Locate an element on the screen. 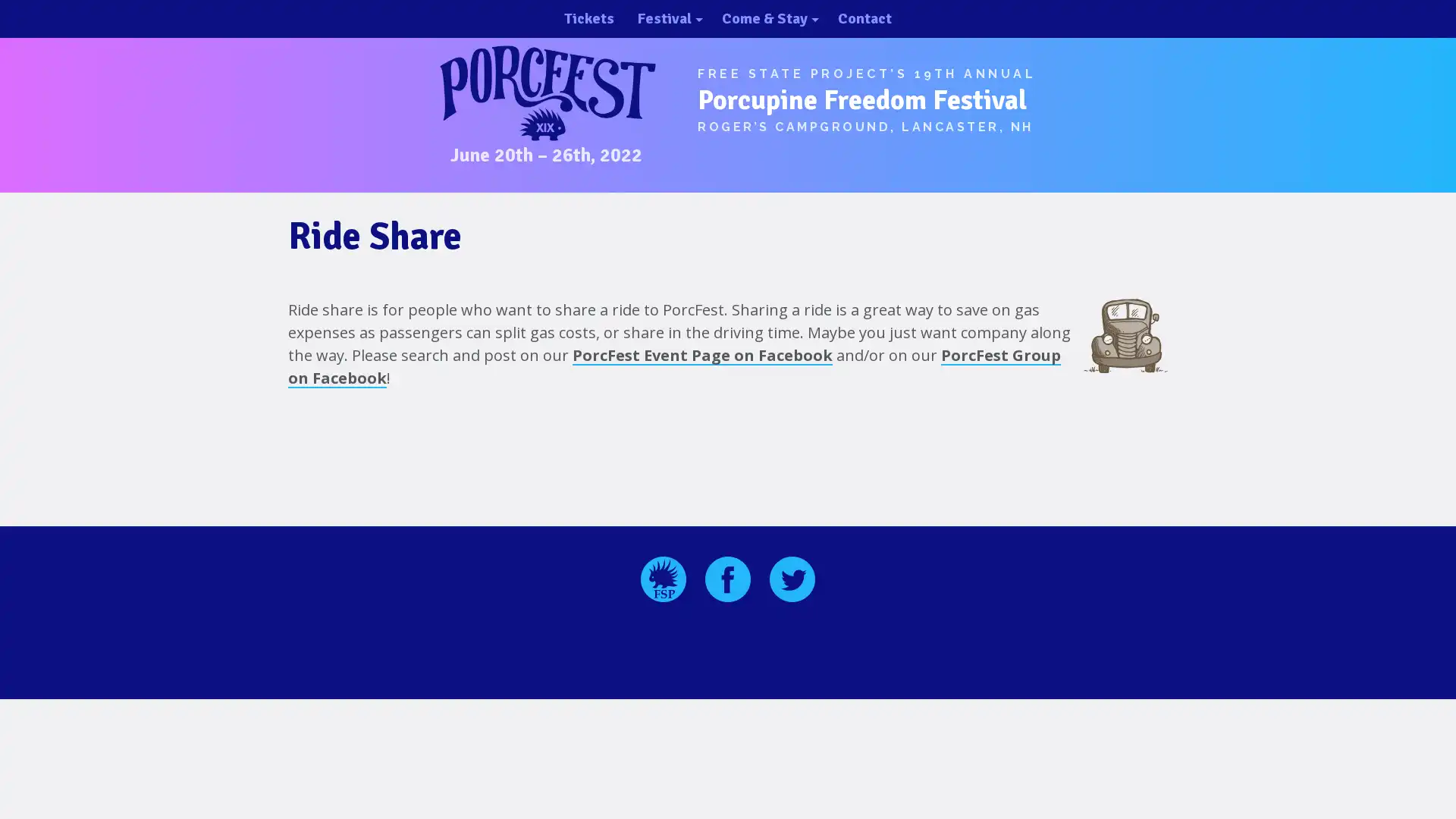 The height and width of the screenshot is (819, 1456). close is located at coordinates (1407, 61).